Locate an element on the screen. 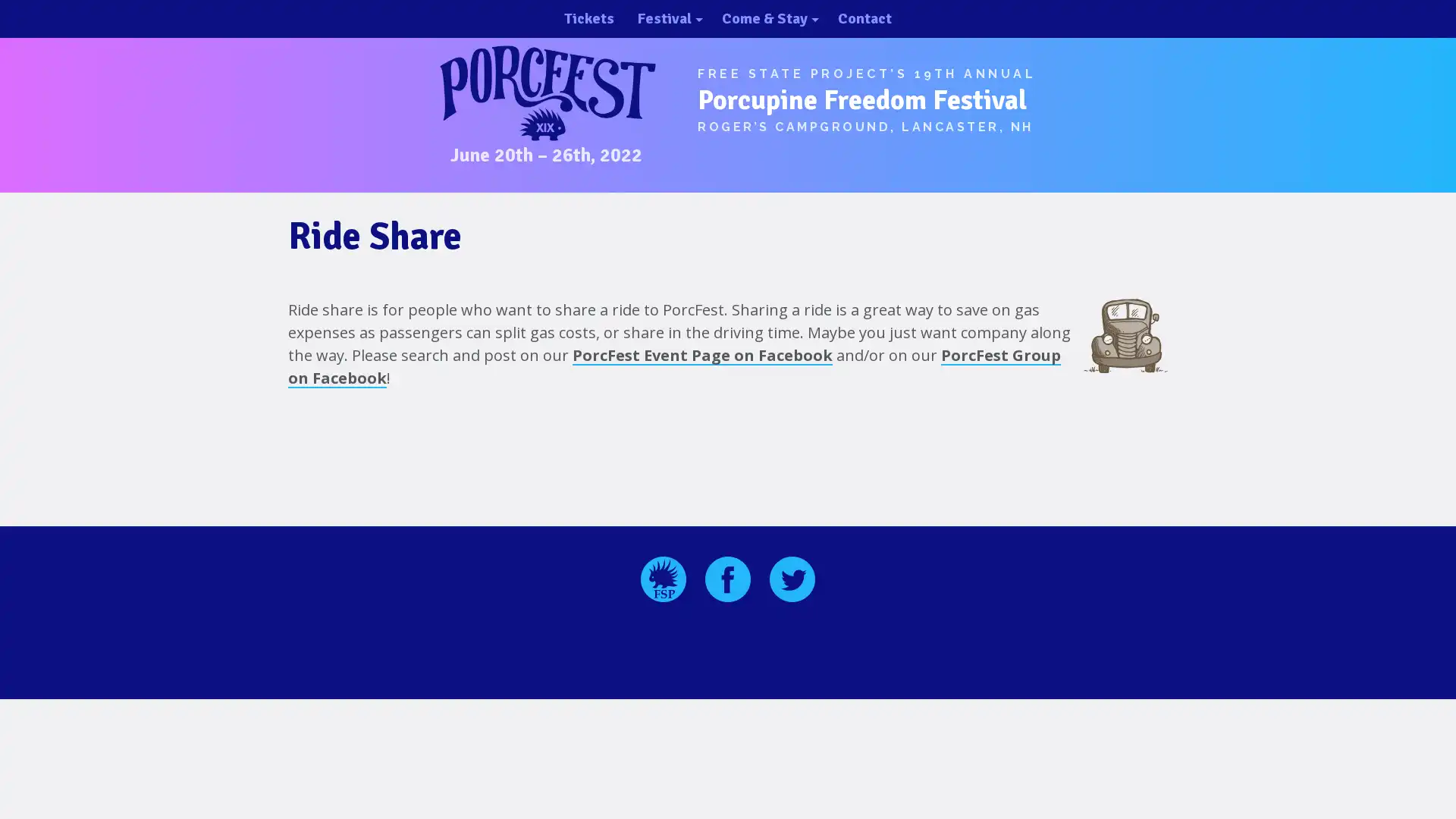 The height and width of the screenshot is (819, 1456). close is located at coordinates (1407, 61).